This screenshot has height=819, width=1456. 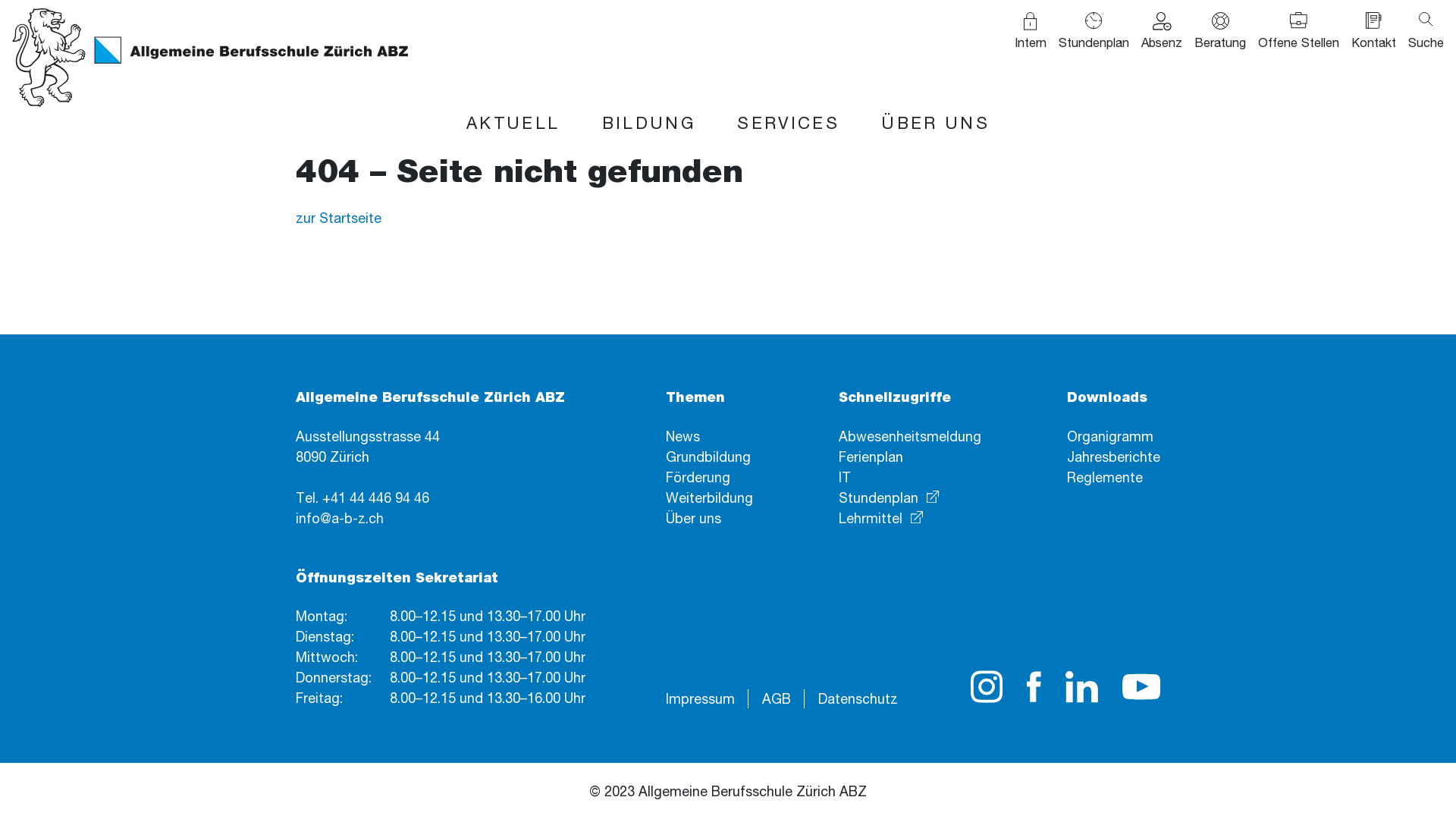 I want to click on 'Datenschutz', so click(x=858, y=698).